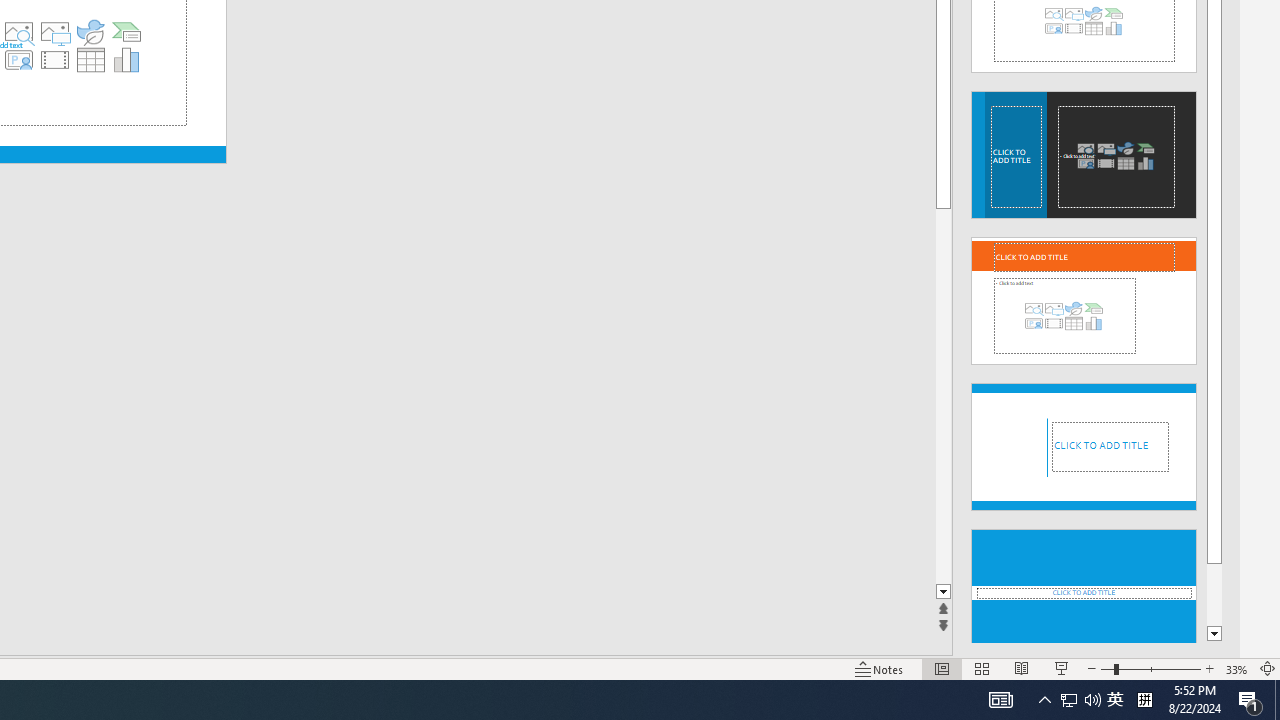  I want to click on 'Insert Video', so click(54, 59).